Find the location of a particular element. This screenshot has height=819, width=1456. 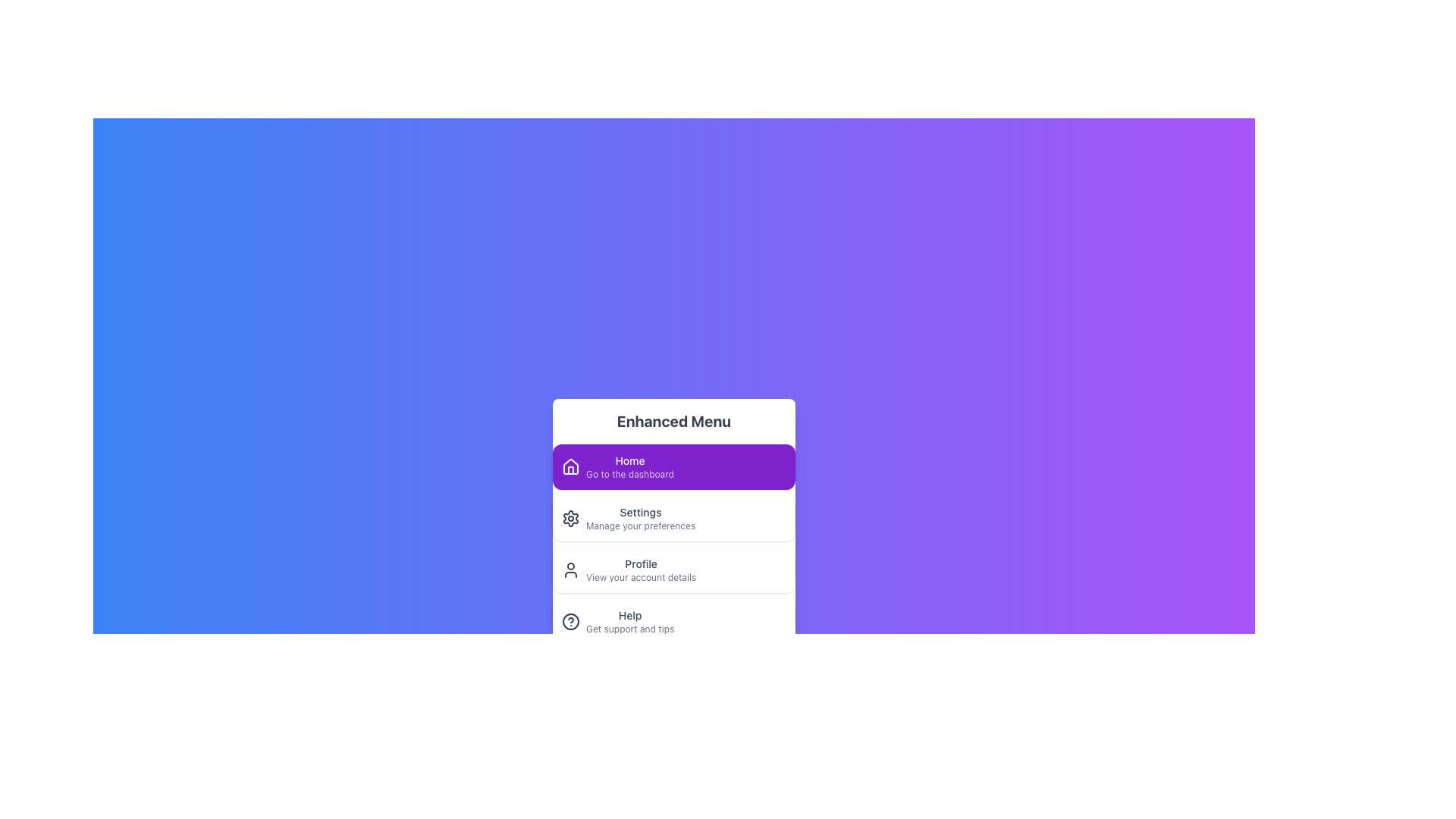

the house icon, which is located to the immediate left of the 'Home' text label in the first menu item of the list is located at coordinates (570, 465).